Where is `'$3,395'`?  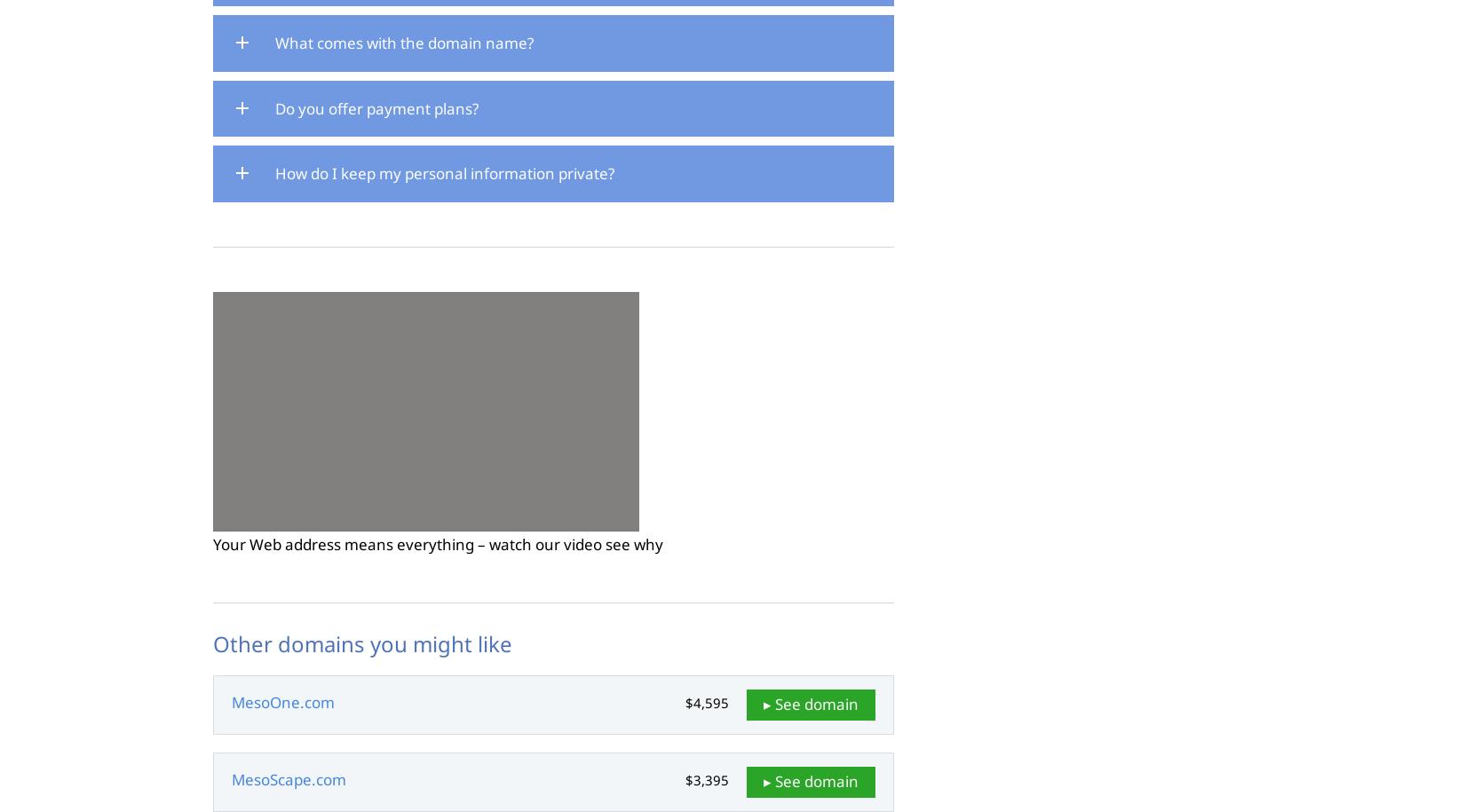 '$3,395' is located at coordinates (706, 779).